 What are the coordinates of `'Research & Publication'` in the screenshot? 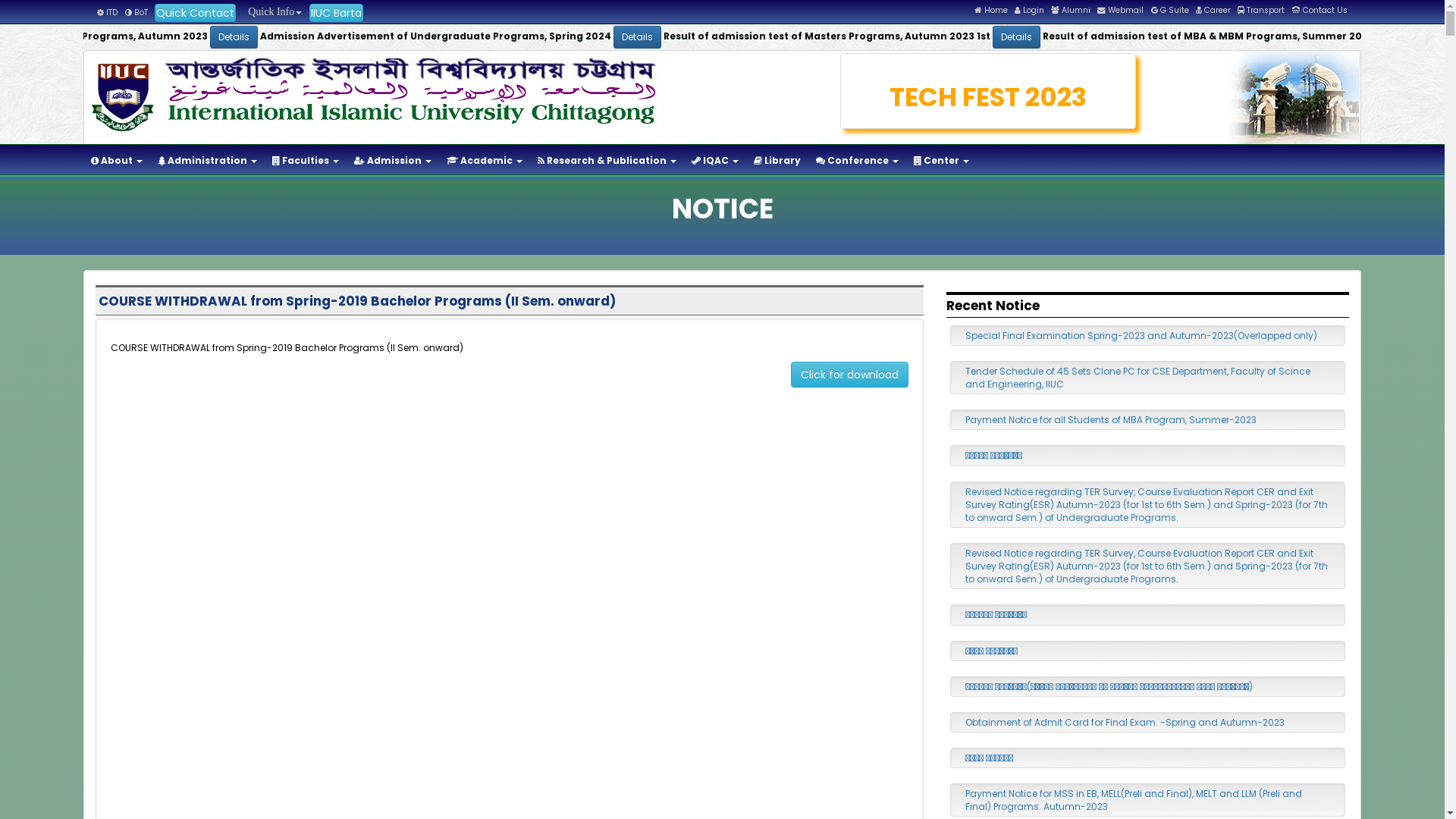 It's located at (607, 161).